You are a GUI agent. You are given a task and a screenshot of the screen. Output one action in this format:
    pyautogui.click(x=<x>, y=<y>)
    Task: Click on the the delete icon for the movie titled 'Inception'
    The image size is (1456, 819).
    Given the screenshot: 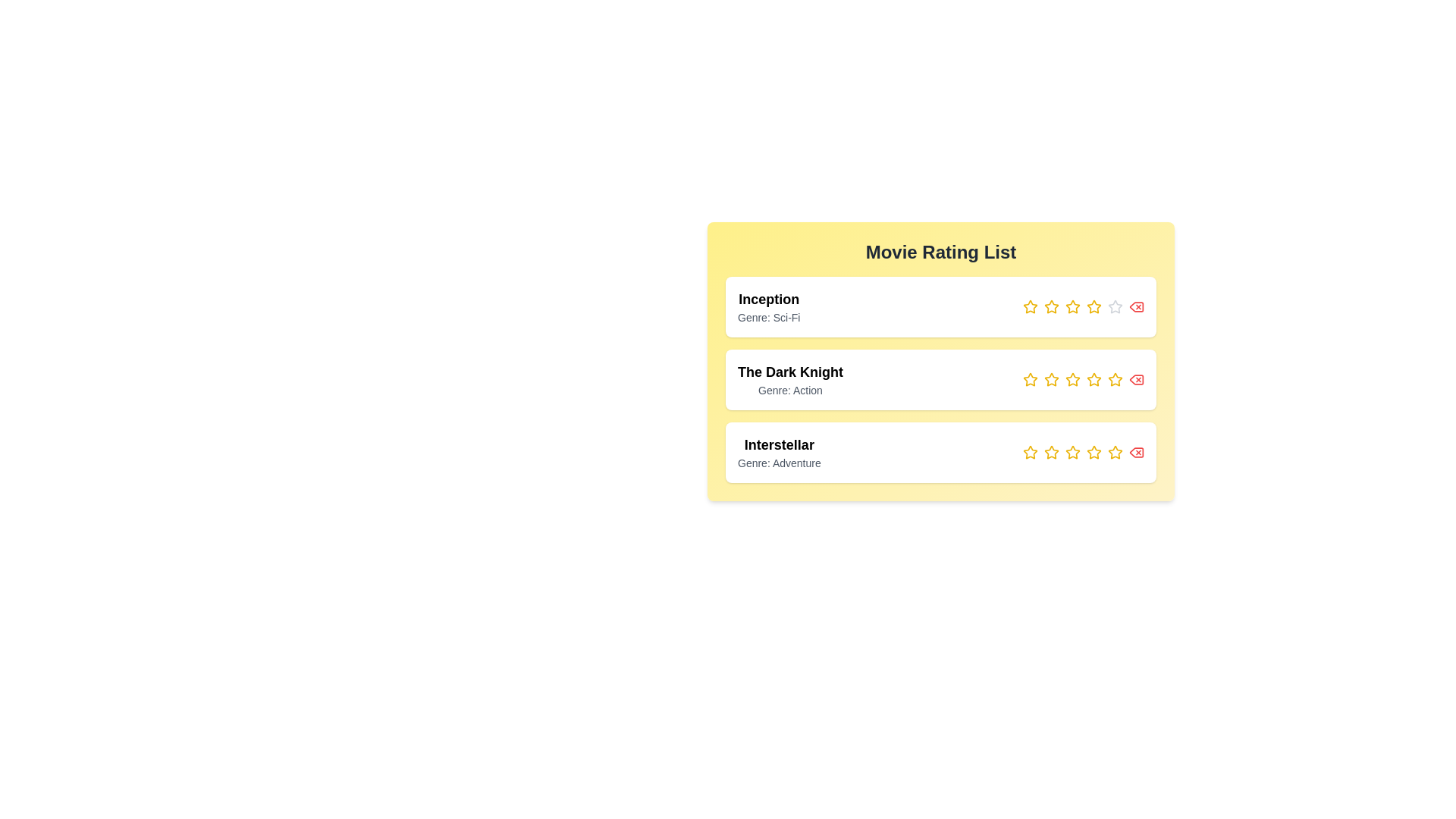 What is the action you would take?
    pyautogui.click(x=1136, y=307)
    